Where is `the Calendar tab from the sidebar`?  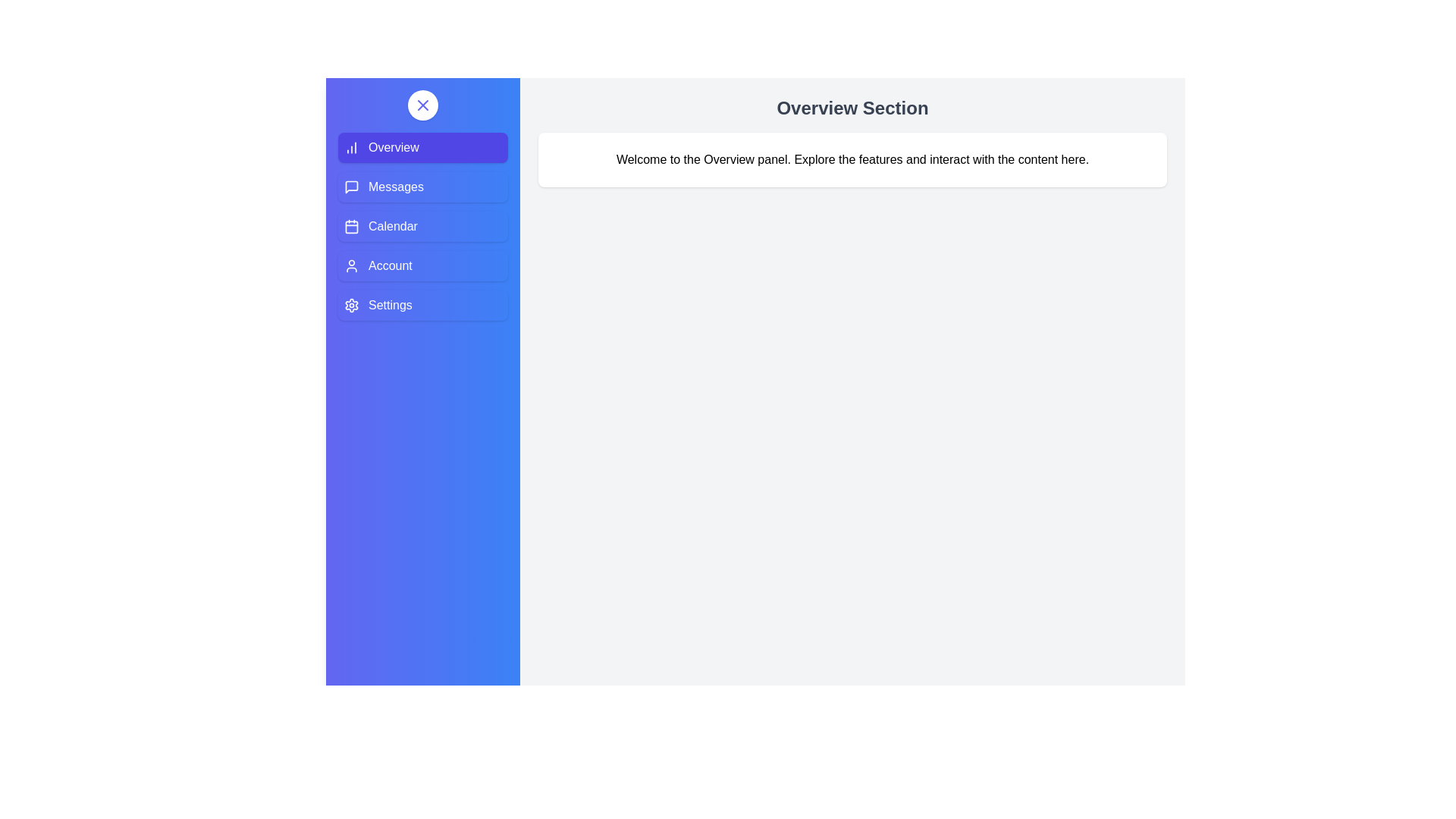
the Calendar tab from the sidebar is located at coordinates (422, 227).